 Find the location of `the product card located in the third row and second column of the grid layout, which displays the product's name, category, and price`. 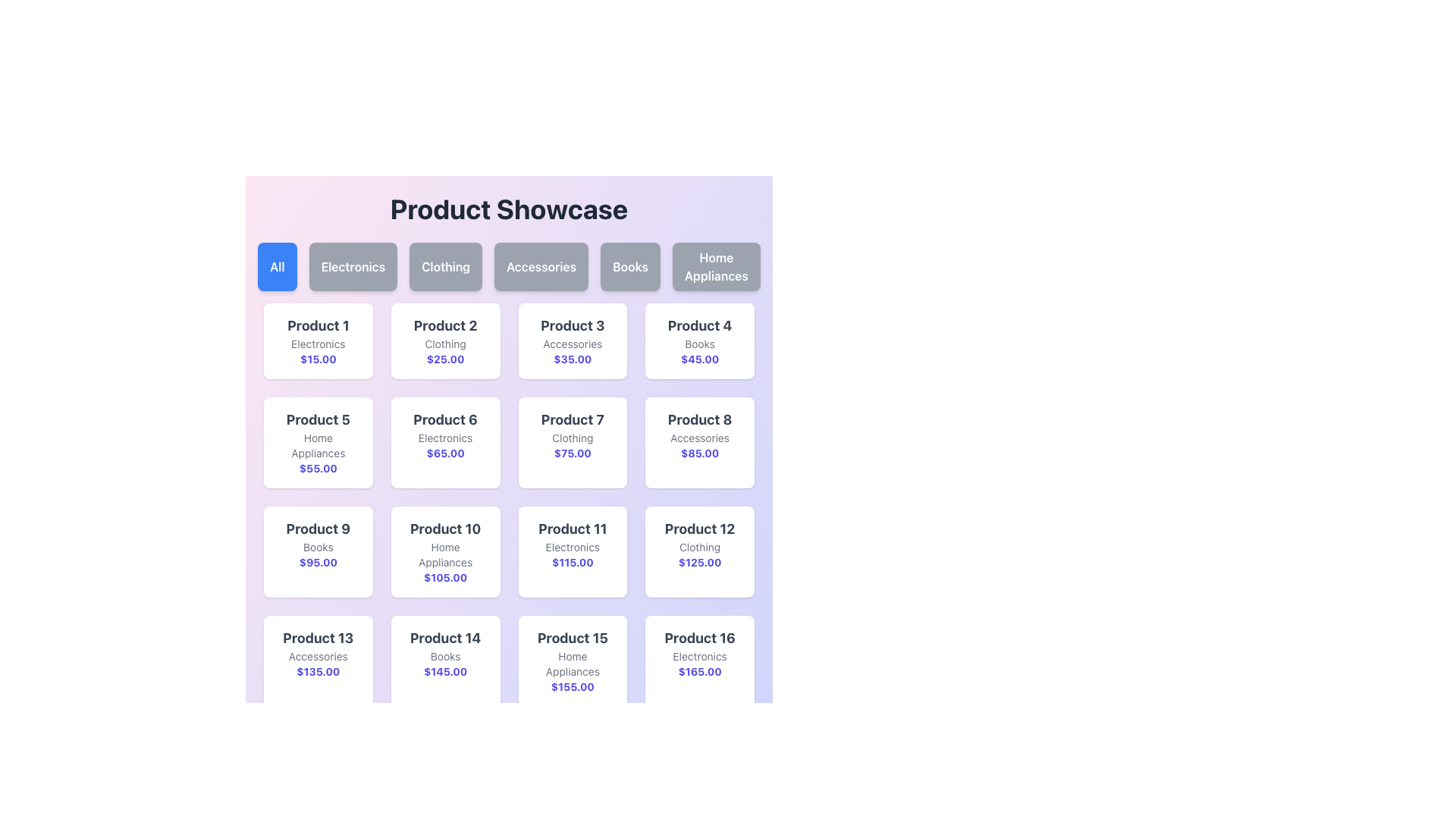

the product card located in the third row and second column of the grid layout, which displays the product's name, category, and price is located at coordinates (444, 552).